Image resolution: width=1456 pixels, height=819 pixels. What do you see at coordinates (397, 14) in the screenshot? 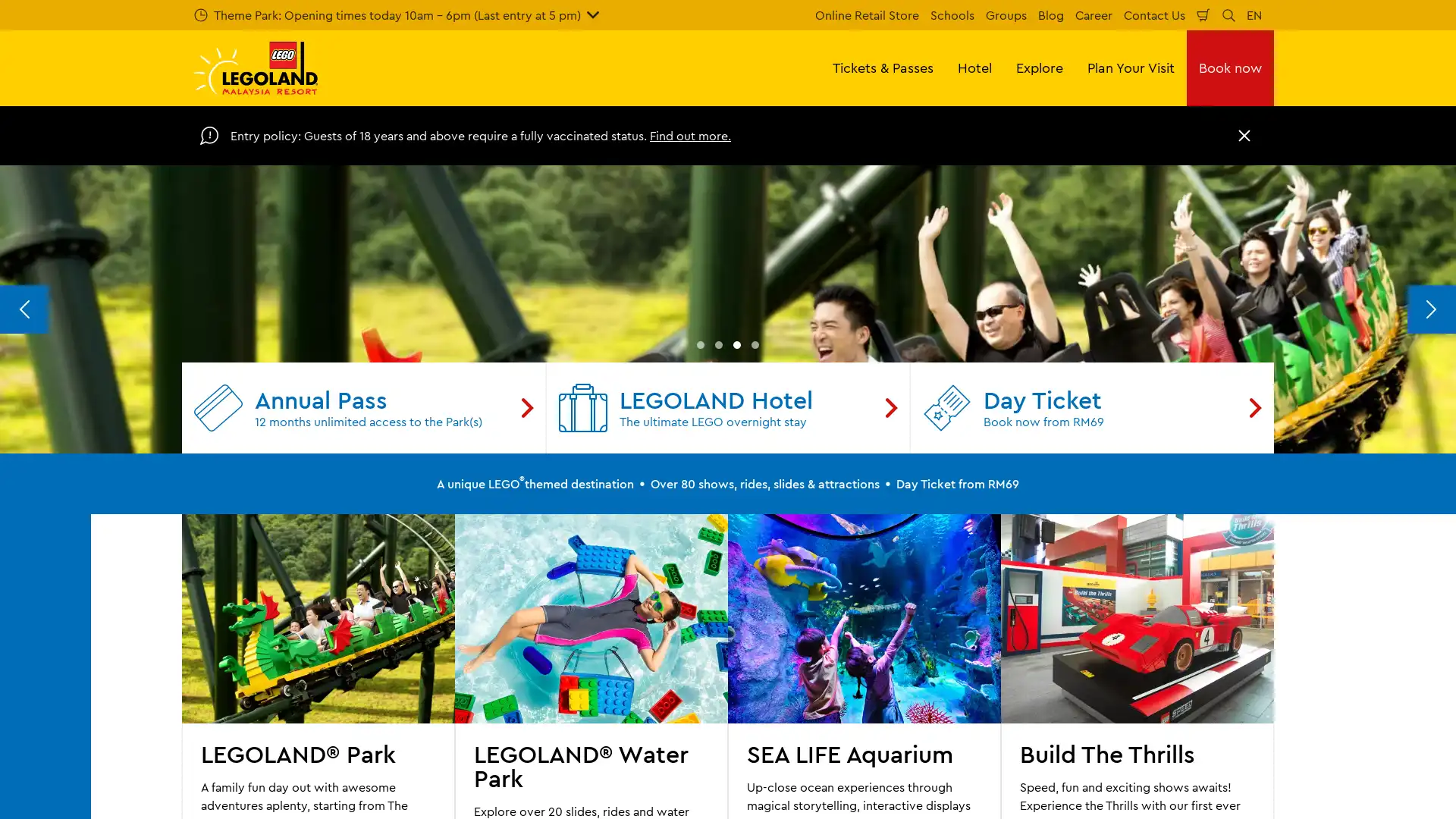
I see `Theme Park: Opening times today 10am - 6pm (Last entry at 5 pm)` at bounding box center [397, 14].